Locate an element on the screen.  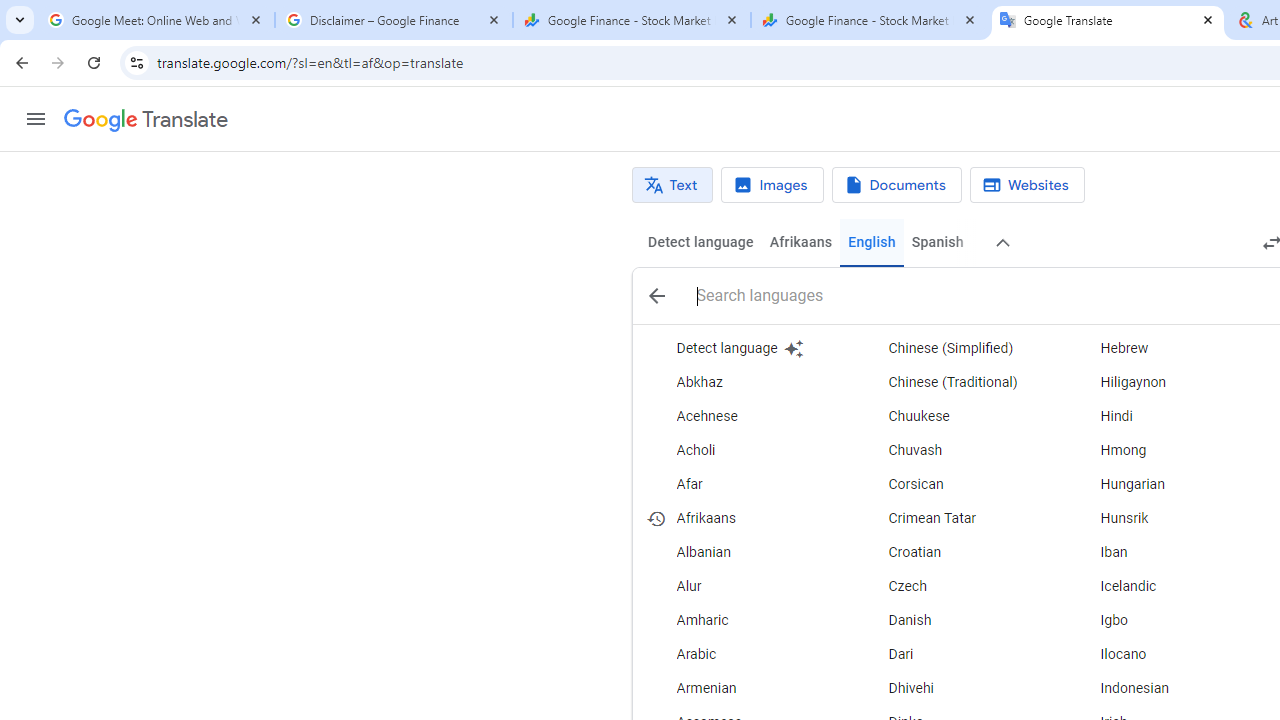
'Hiligaynon' is located at coordinates (1169, 383).